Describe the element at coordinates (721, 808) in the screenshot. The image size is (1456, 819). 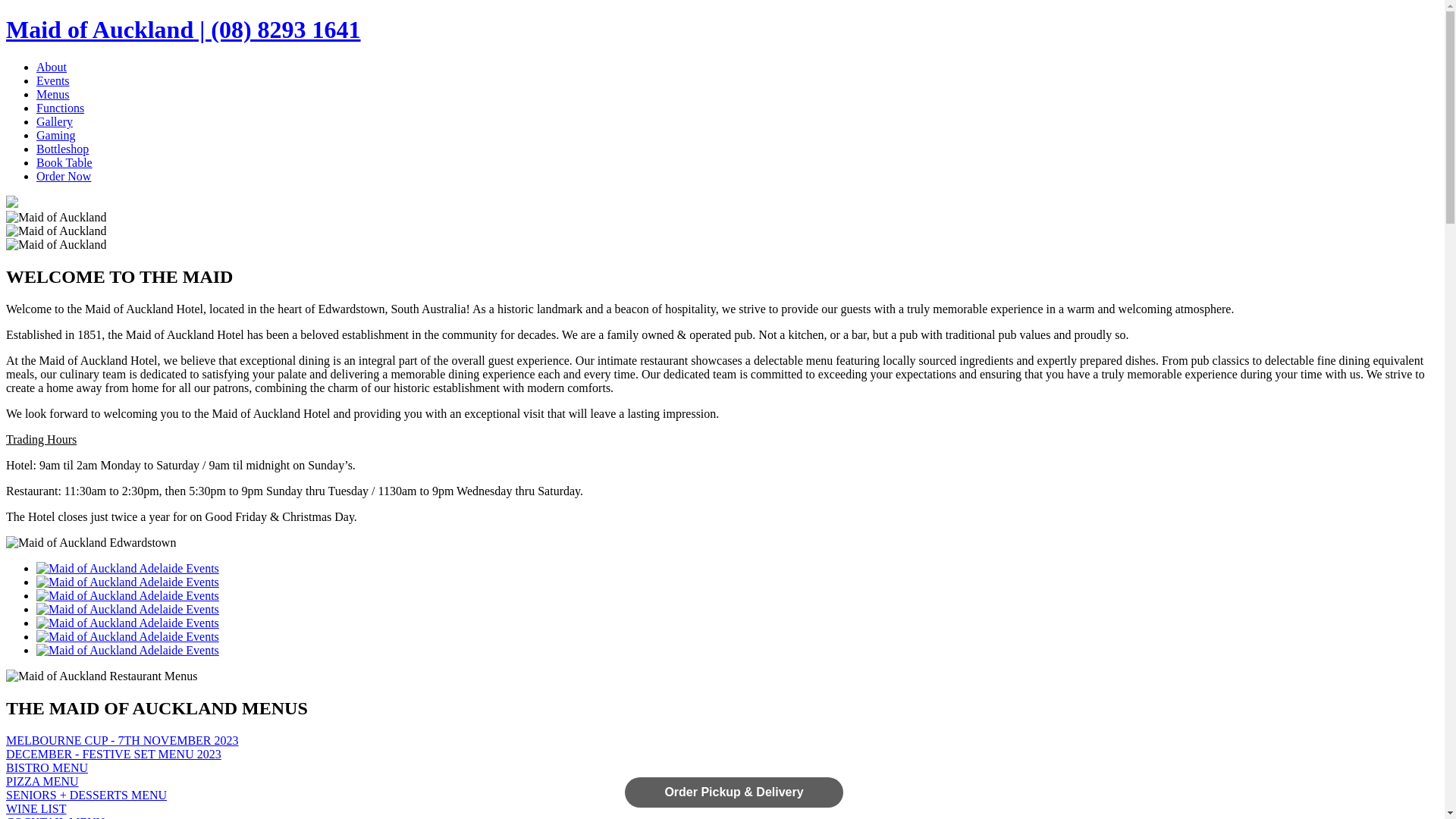
I see `'WINE LIST'` at that location.